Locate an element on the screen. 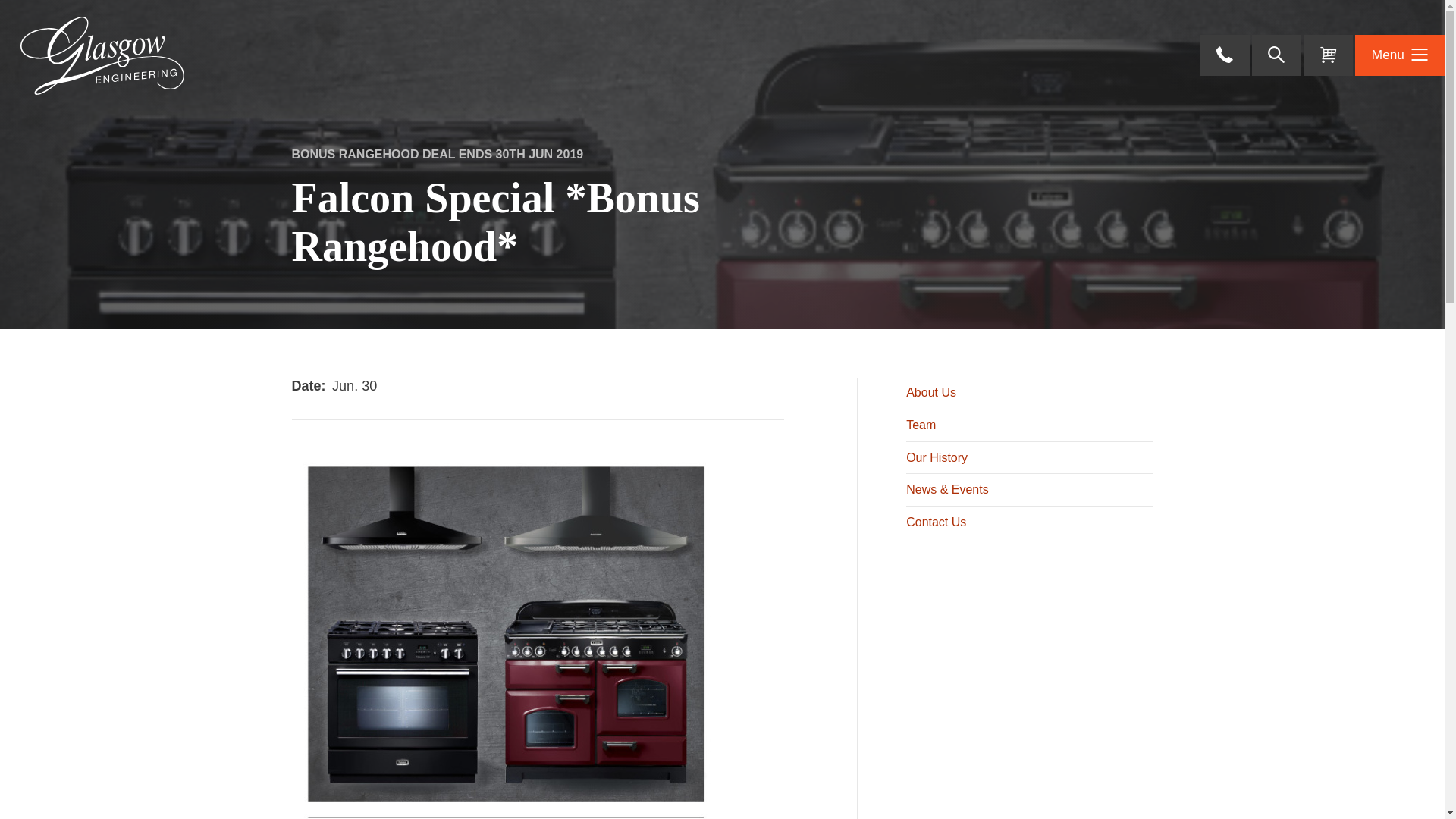  'About Us' is located at coordinates (906, 393).